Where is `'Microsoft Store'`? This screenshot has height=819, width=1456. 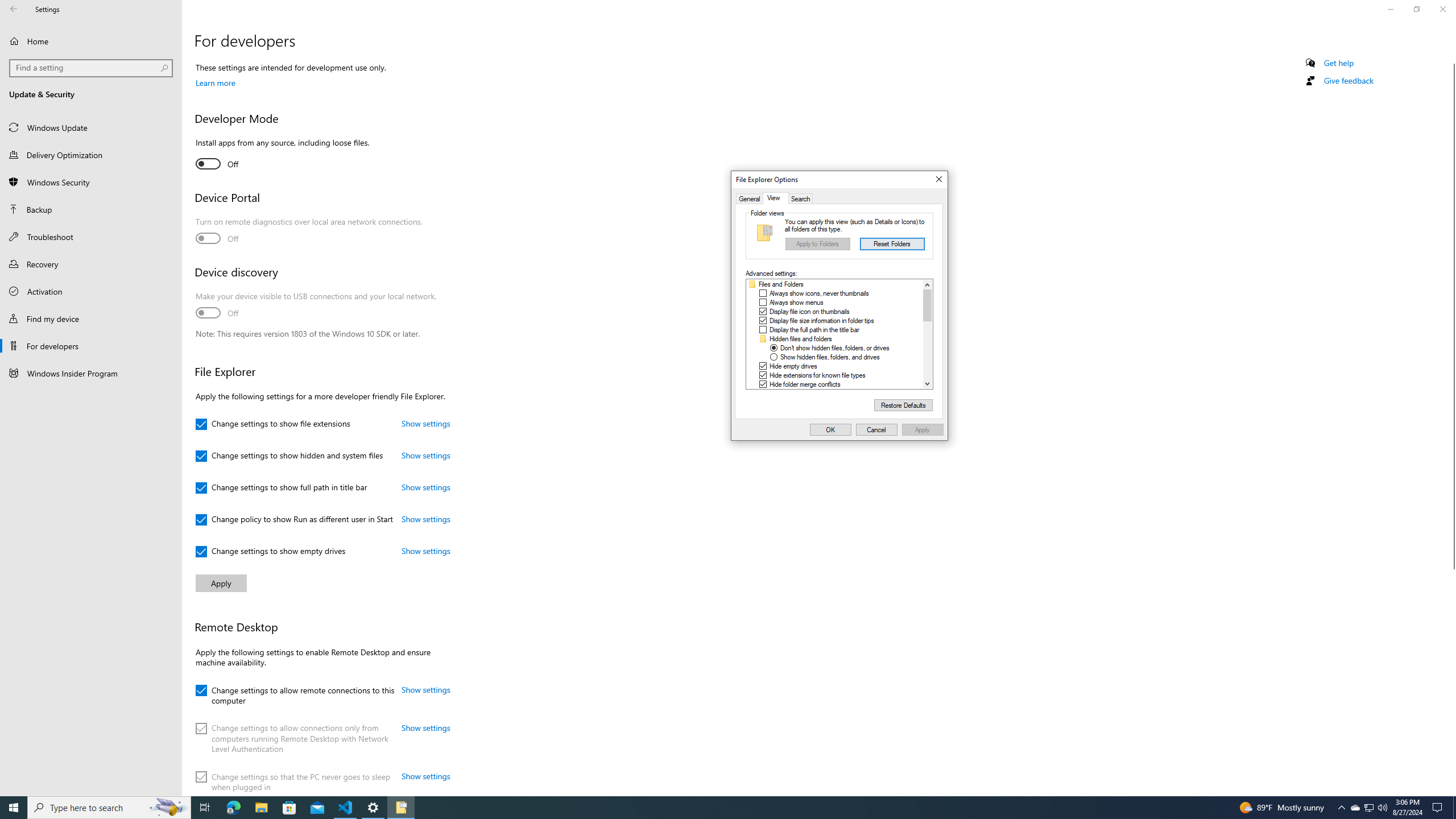 'Microsoft Store' is located at coordinates (289, 806).